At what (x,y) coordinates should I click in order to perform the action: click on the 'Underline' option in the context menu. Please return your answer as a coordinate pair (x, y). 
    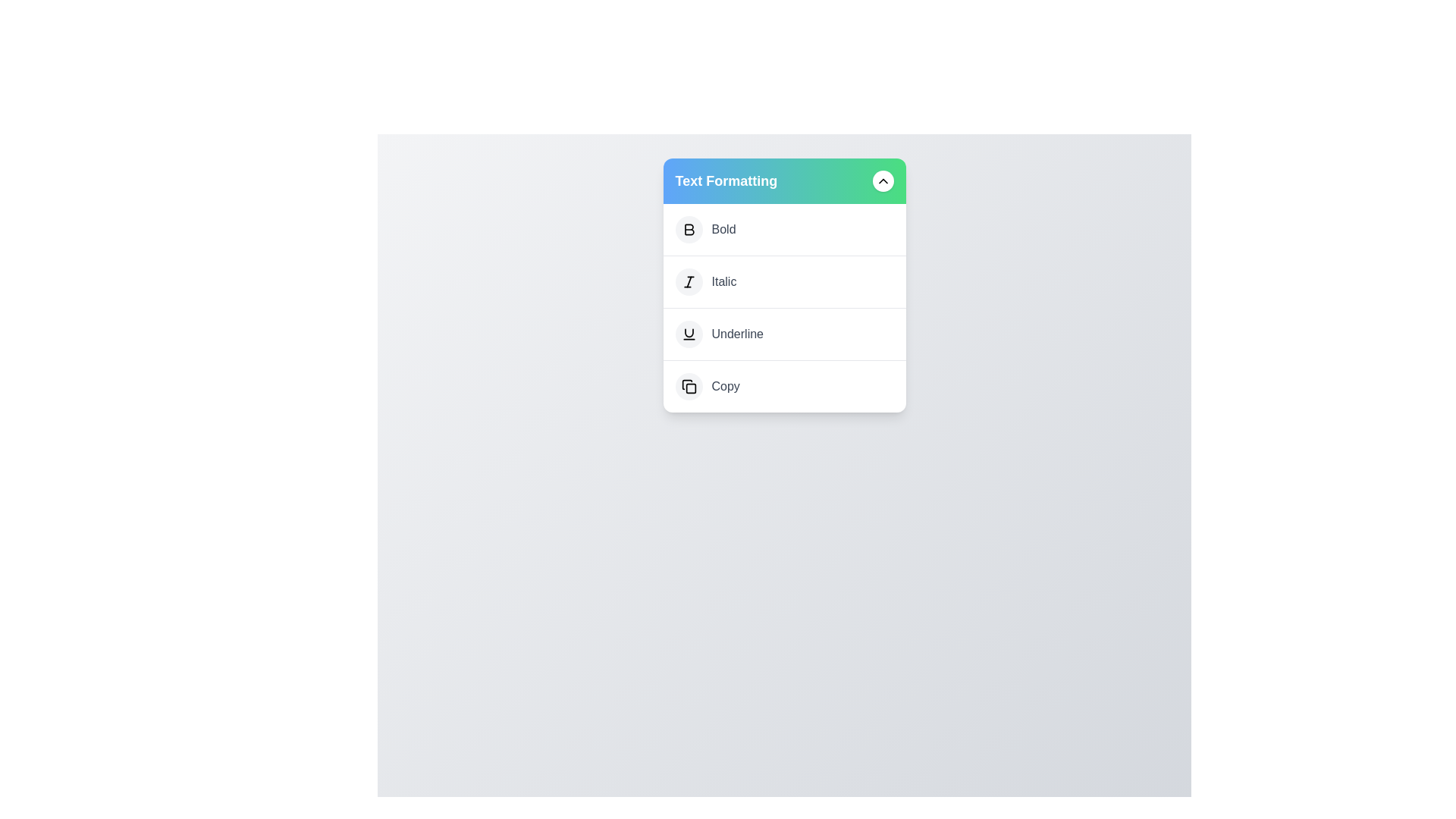
    Looking at the image, I should click on (784, 333).